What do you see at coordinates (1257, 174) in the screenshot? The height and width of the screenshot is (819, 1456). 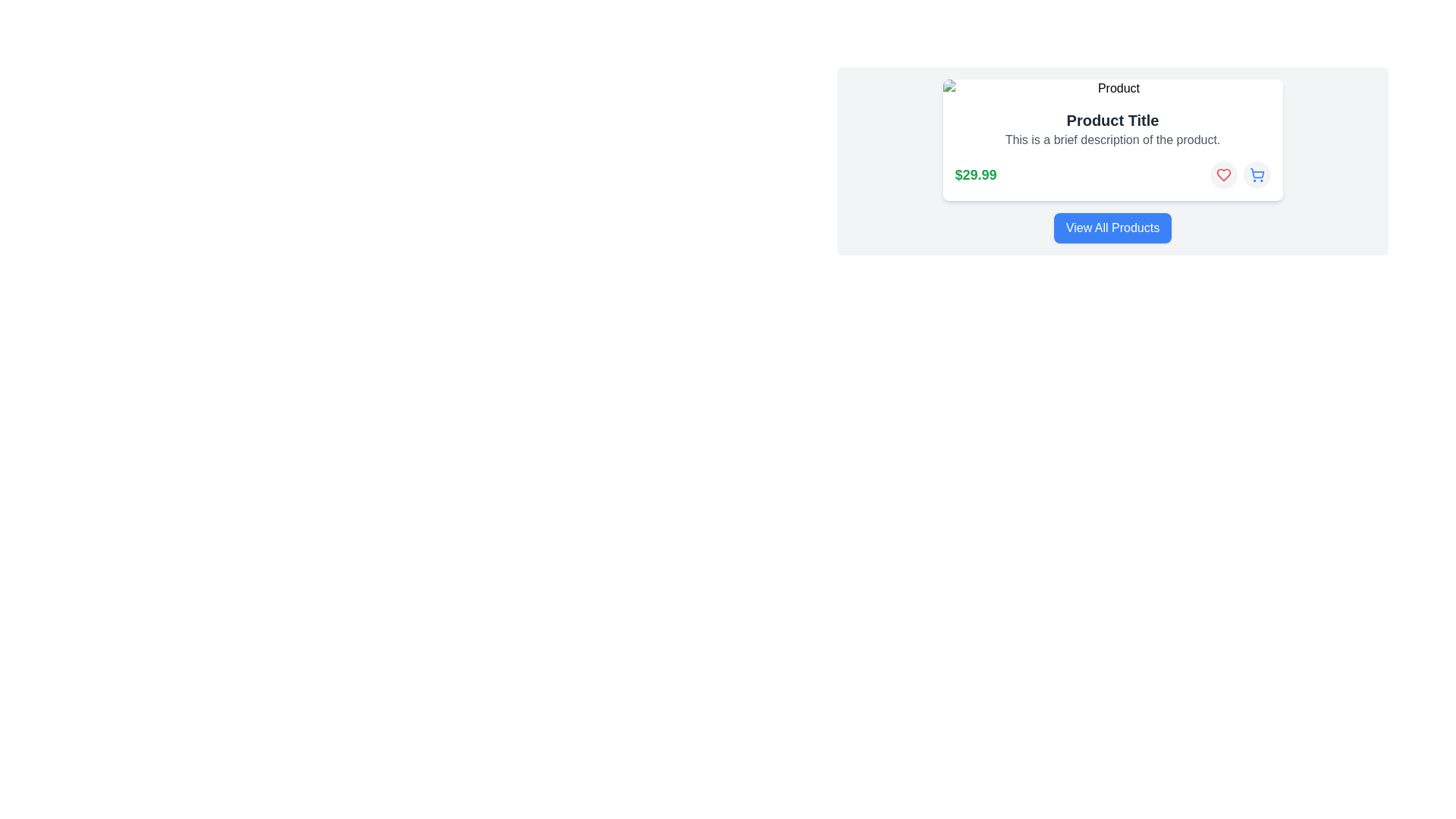 I see `the shopping cart icon with blue outlines located within a rounded square button at the bottom-right corner of the product information card` at bounding box center [1257, 174].